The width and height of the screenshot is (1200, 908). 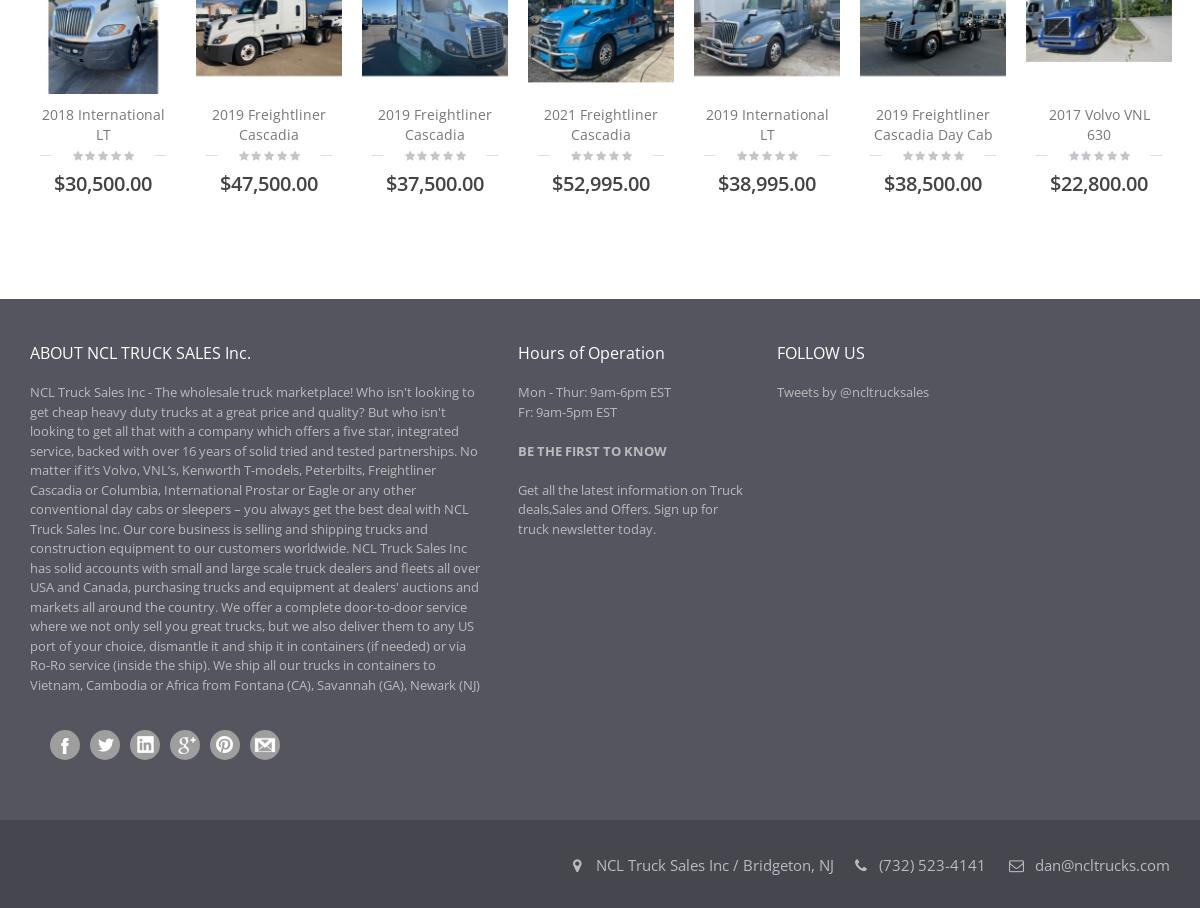 I want to click on '$30,500.00', so click(x=102, y=182).